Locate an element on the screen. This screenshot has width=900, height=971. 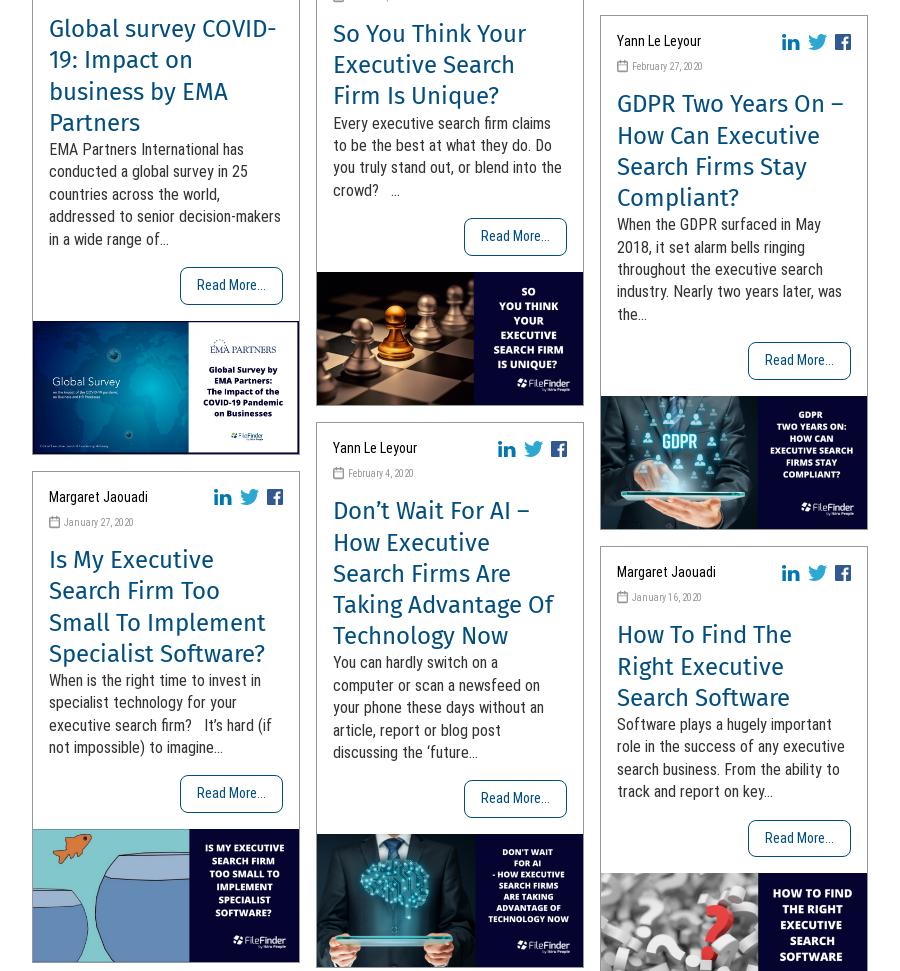
'Software plays a hugely important role in the success of any executive search business. From the ability to track and report on key...' is located at coordinates (729, 757).